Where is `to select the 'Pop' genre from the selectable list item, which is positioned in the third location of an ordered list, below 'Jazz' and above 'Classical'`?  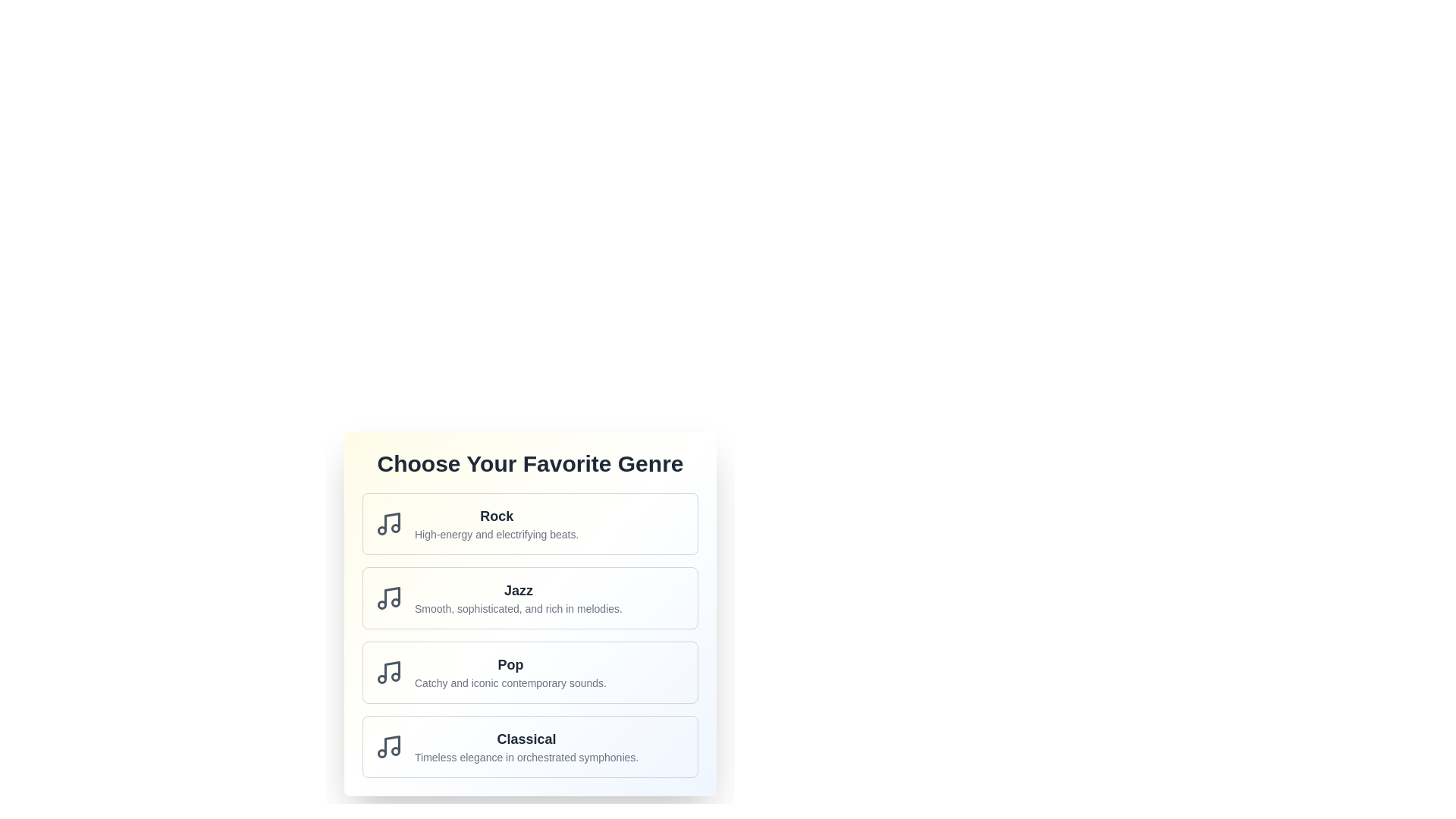 to select the 'Pop' genre from the selectable list item, which is positioned in the third location of an ordered list, below 'Jazz' and above 'Classical' is located at coordinates (530, 635).